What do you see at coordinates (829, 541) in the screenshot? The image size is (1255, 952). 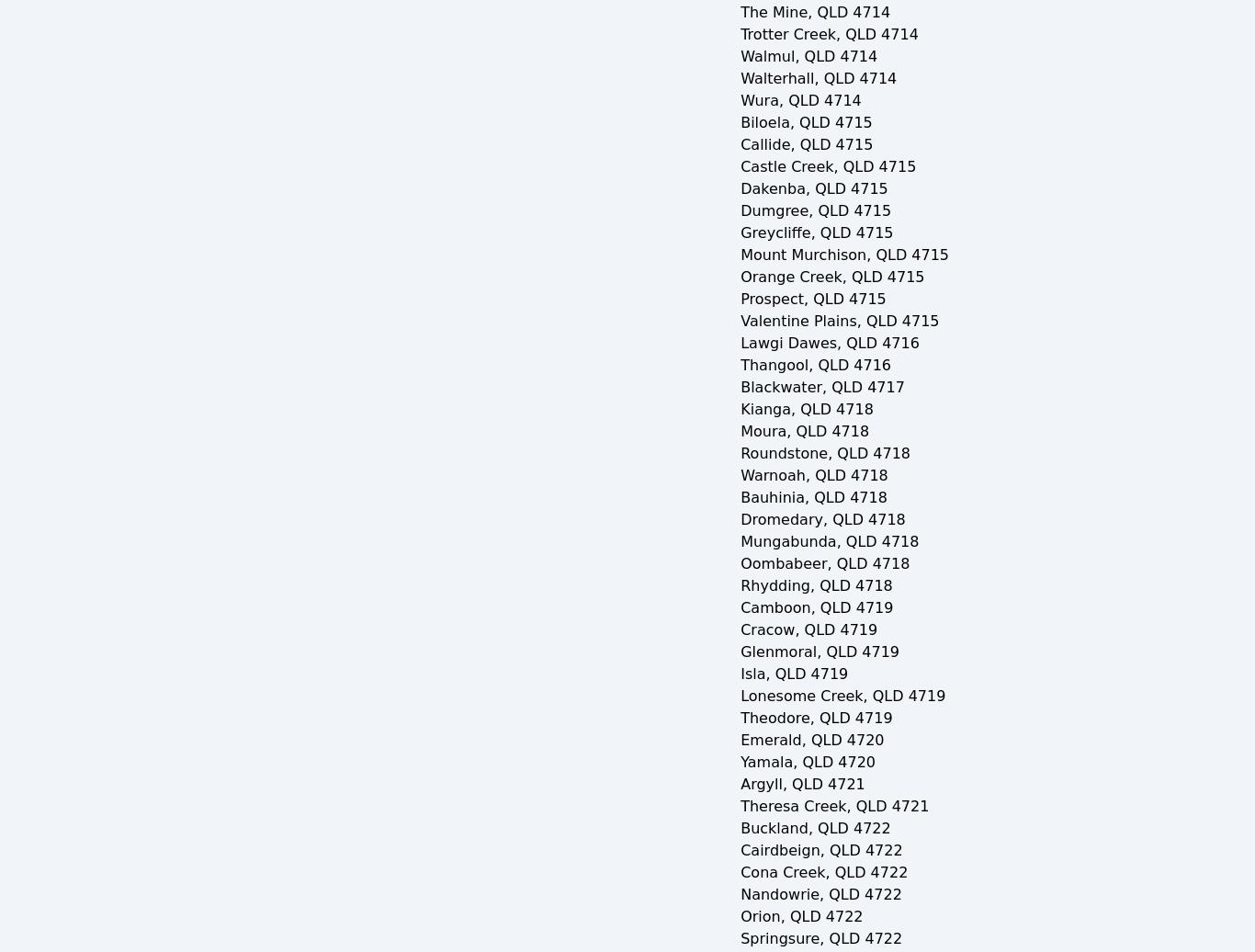 I see `'Mungabunda, QLD 4718'` at bounding box center [829, 541].